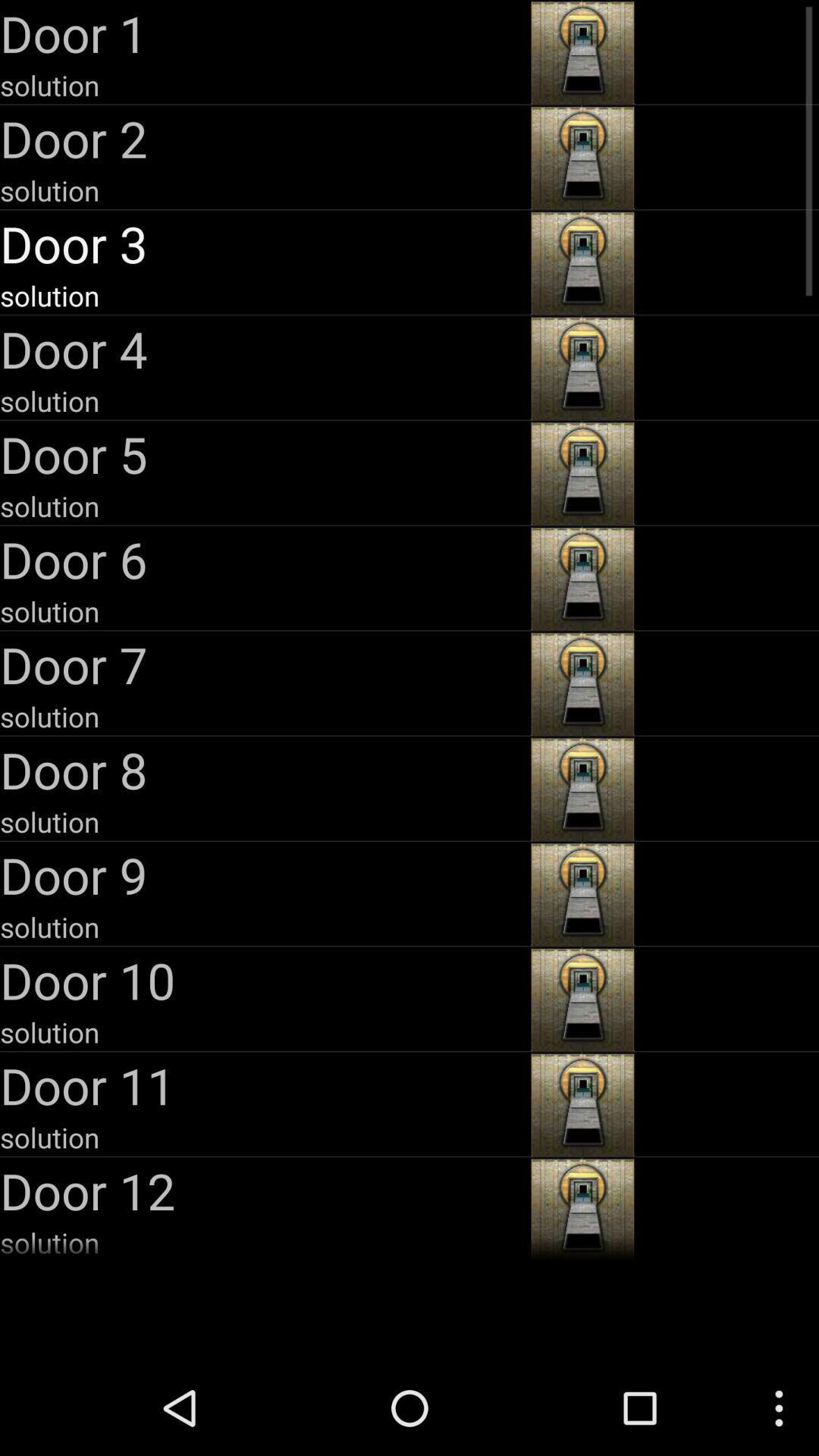 The height and width of the screenshot is (1456, 819). I want to click on item above solution item, so click(262, 558).